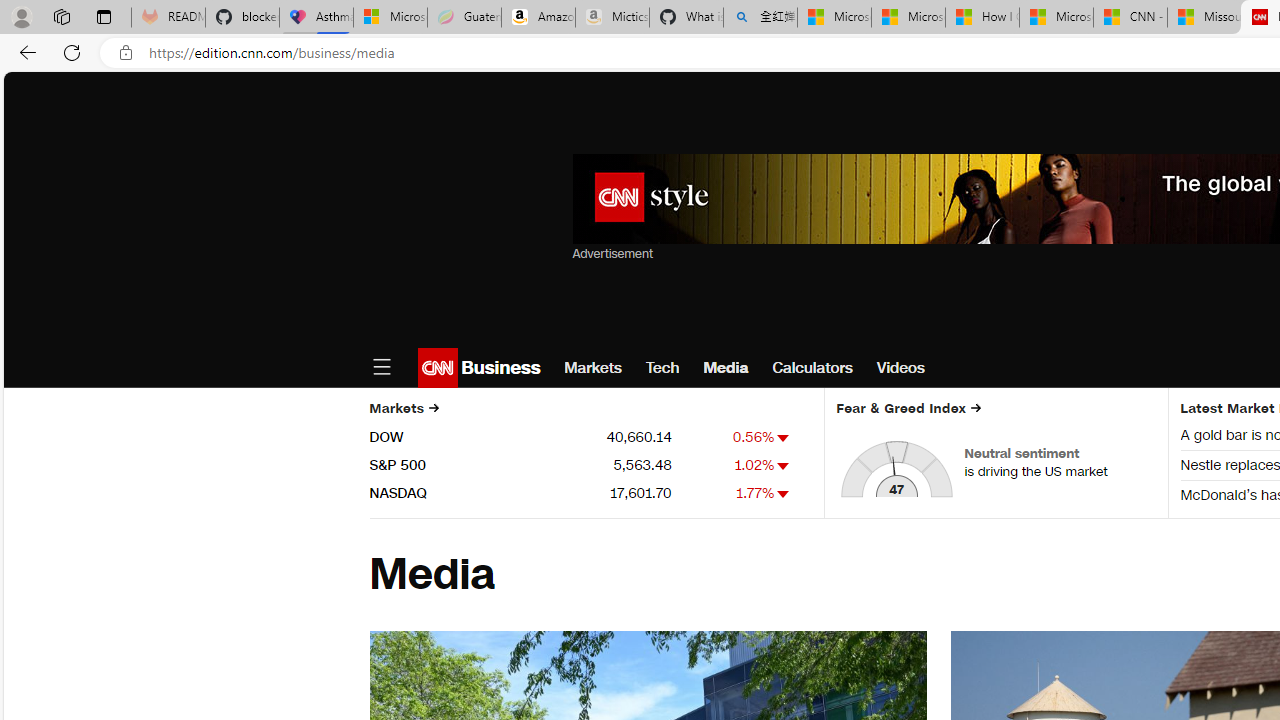 This screenshot has width=1280, height=720. What do you see at coordinates (499, 367) in the screenshot?
I see `'Business'` at bounding box center [499, 367].